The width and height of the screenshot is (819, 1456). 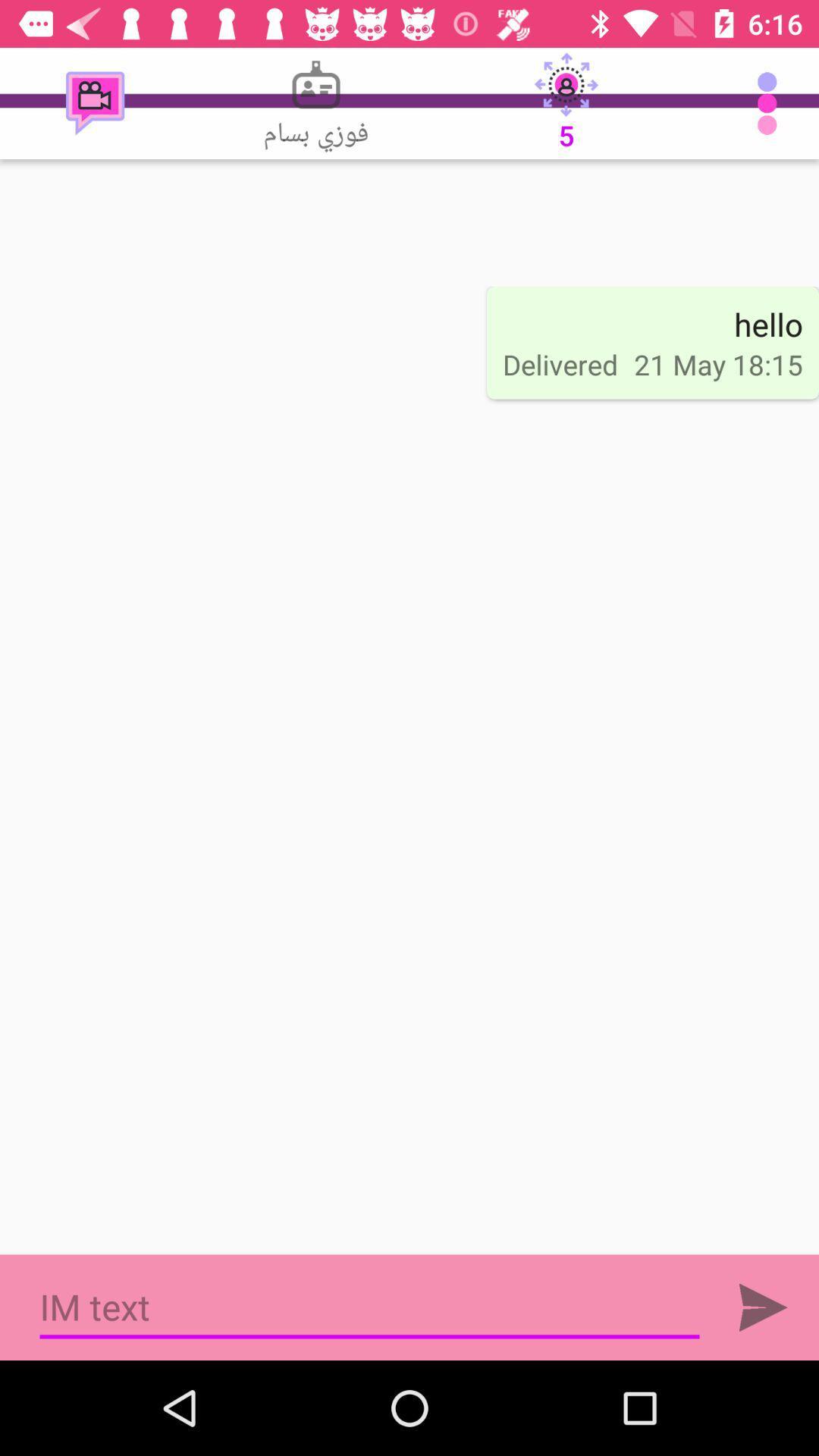 I want to click on icon below the hello, so click(x=717, y=364).